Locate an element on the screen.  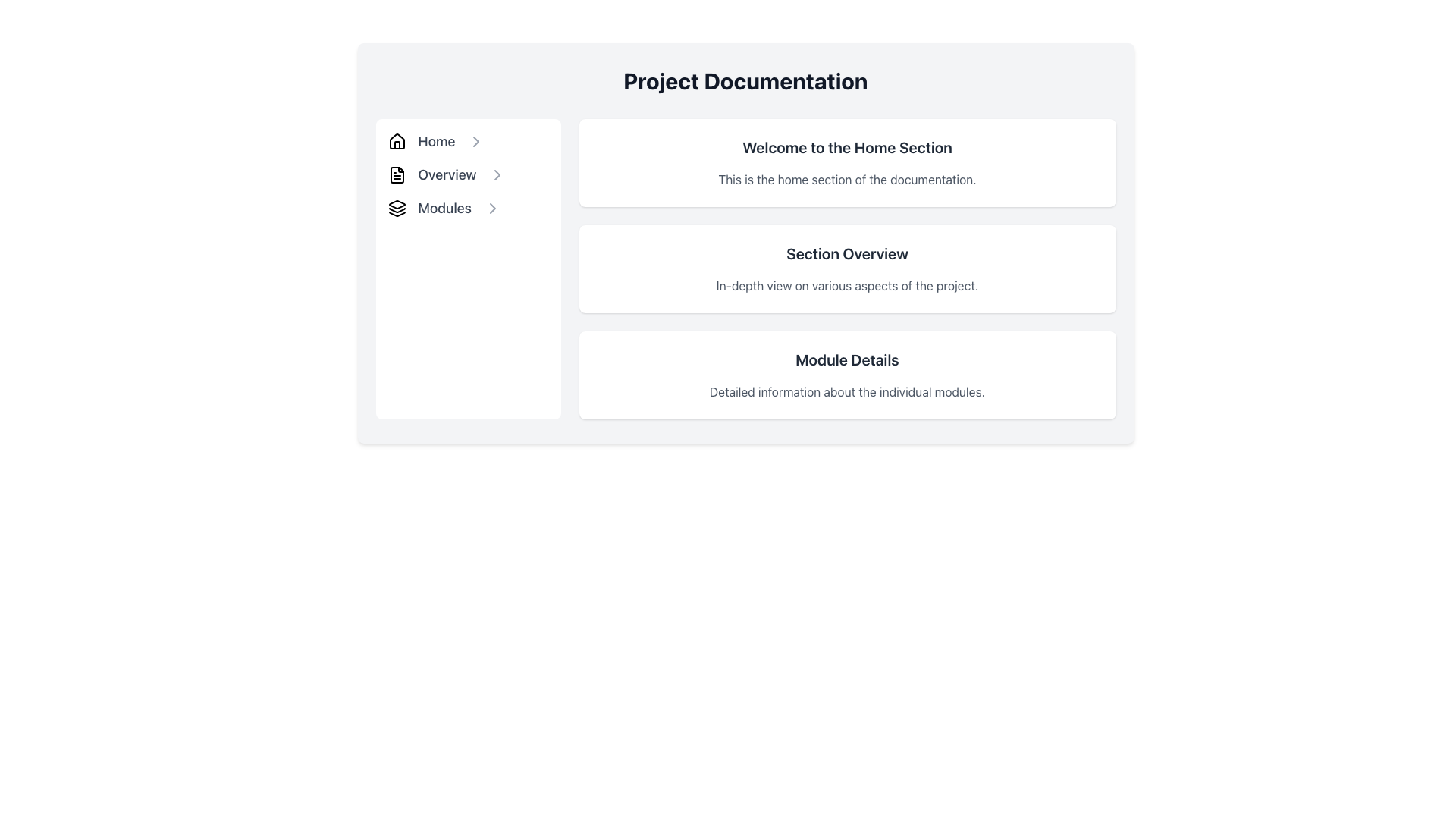
the chevron icon located immediately to the right of the 'Home' text is located at coordinates (475, 141).